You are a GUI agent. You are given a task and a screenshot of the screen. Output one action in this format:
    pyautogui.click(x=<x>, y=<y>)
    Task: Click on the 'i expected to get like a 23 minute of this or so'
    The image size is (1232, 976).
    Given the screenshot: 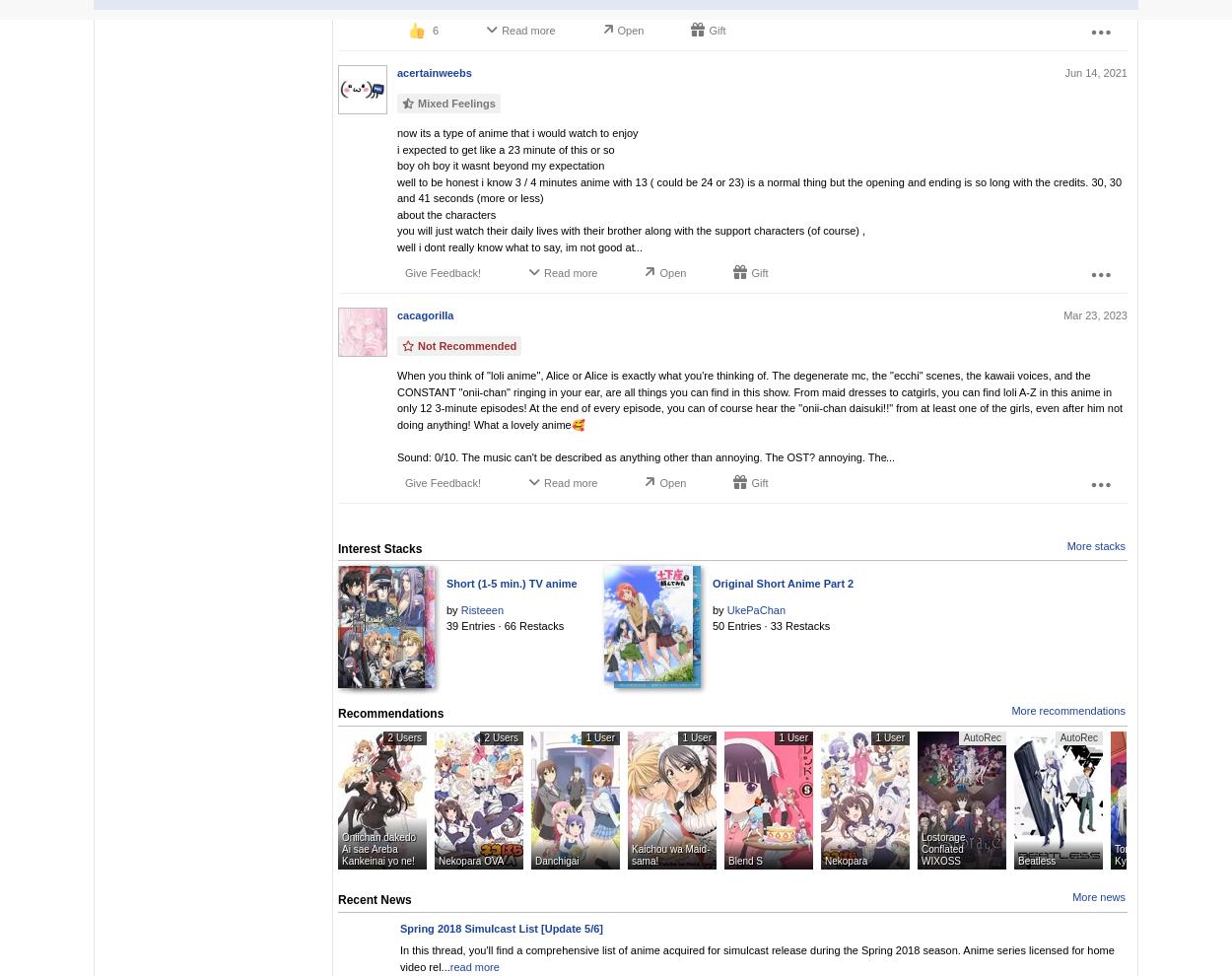 What is the action you would take?
    pyautogui.click(x=506, y=148)
    